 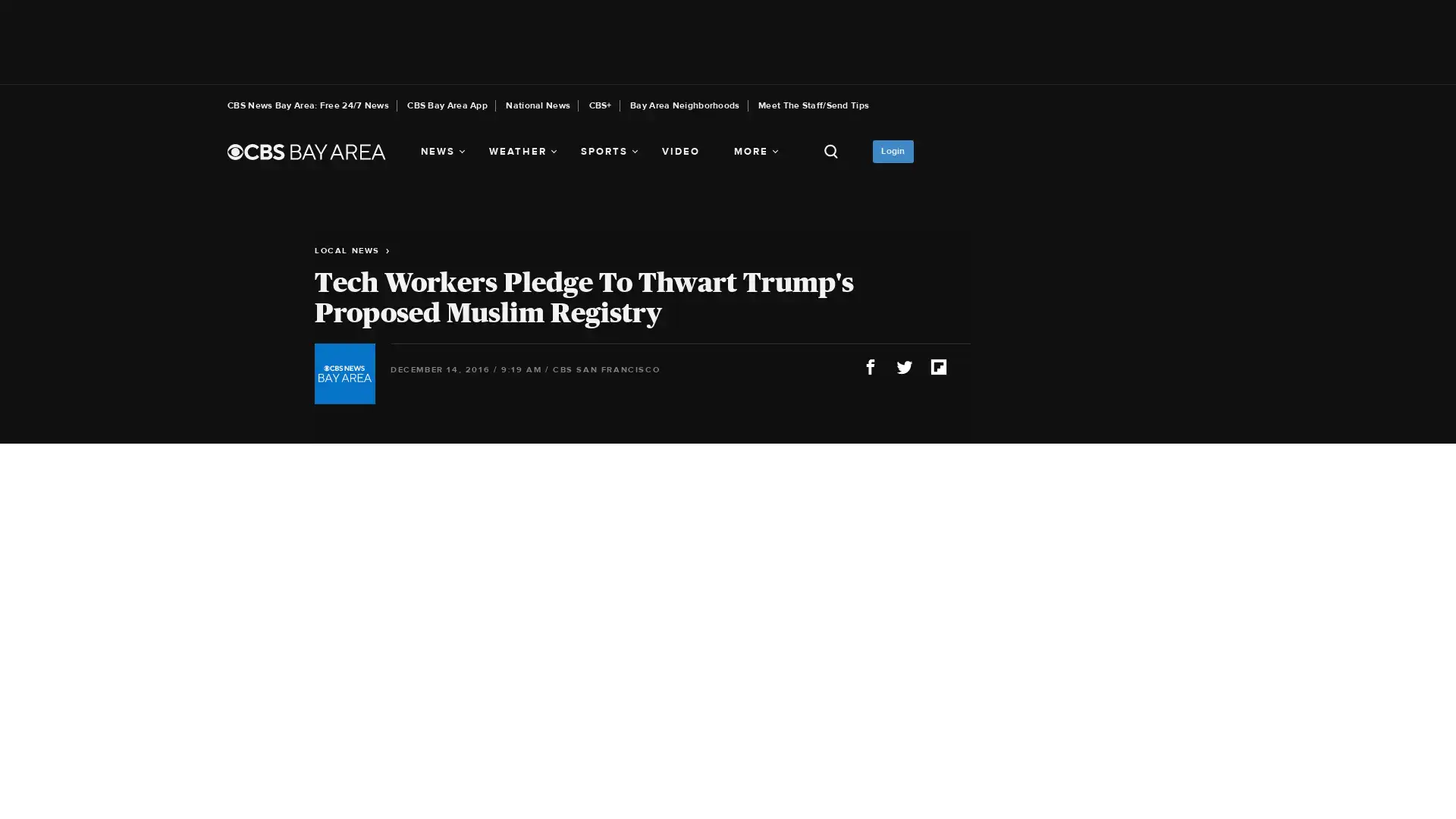 What do you see at coordinates (1440, 741) in the screenshot?
I see `data-label-visible` at bounding box center [1440, 741].